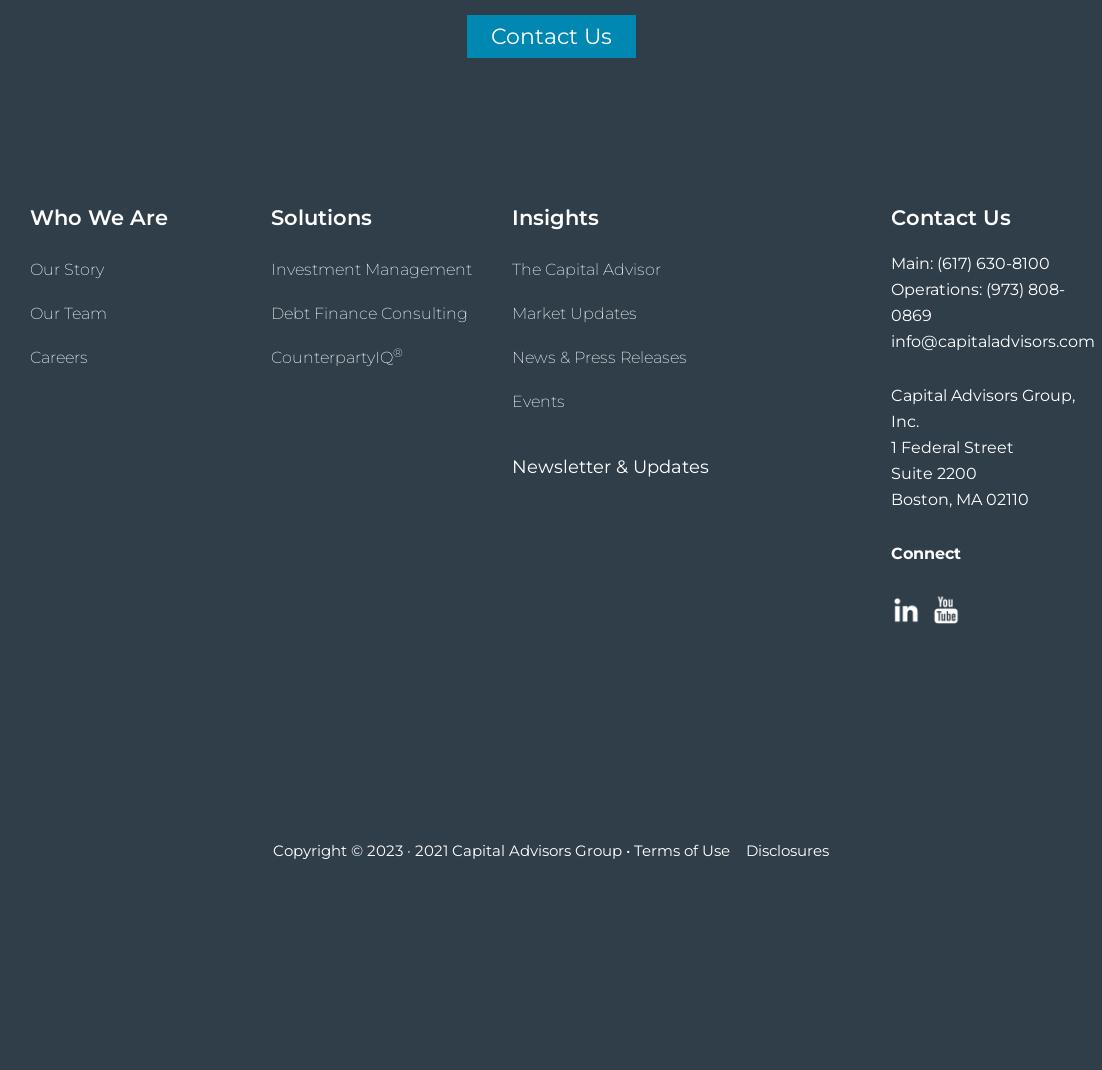 The height and width of the screenshot is (1070, 1102). I want to click on 'Solutions', so click(321, 216).